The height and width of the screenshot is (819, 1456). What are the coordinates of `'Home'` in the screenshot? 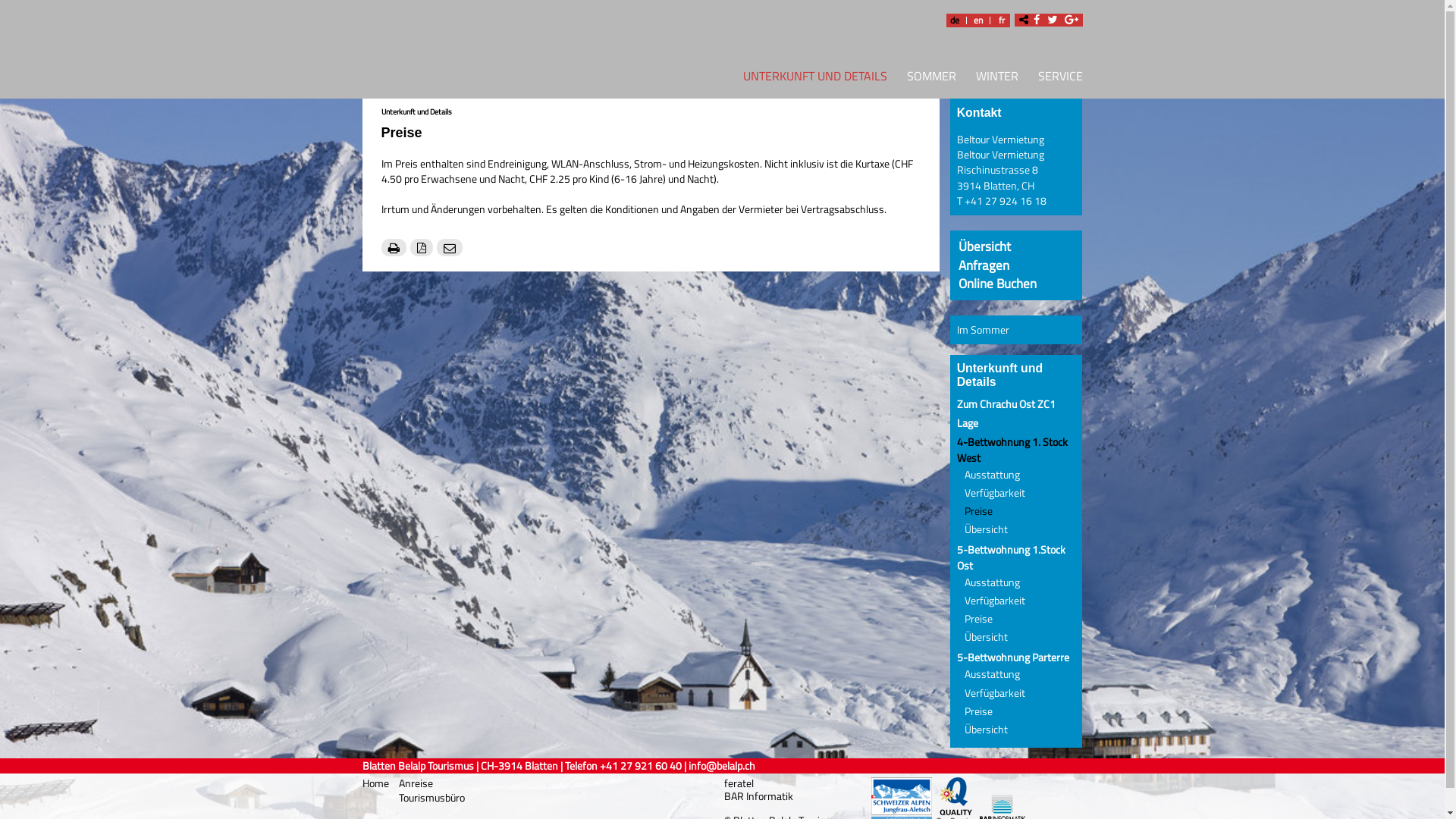 It's located at (362, 783).